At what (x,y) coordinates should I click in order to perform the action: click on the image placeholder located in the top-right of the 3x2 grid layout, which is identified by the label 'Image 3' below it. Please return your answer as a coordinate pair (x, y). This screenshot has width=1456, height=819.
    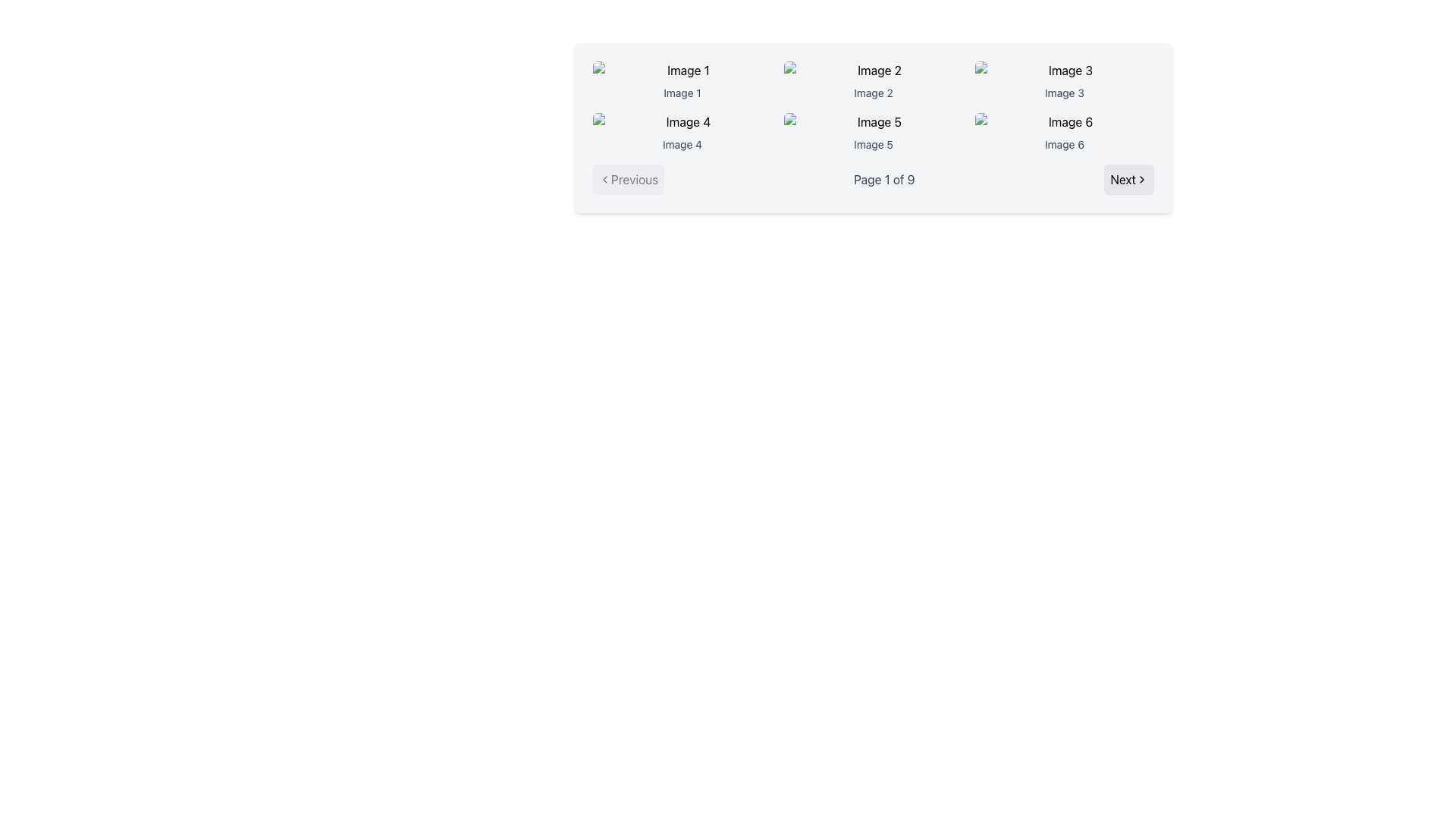
    Looking at the image, I should click on (1063, 70).